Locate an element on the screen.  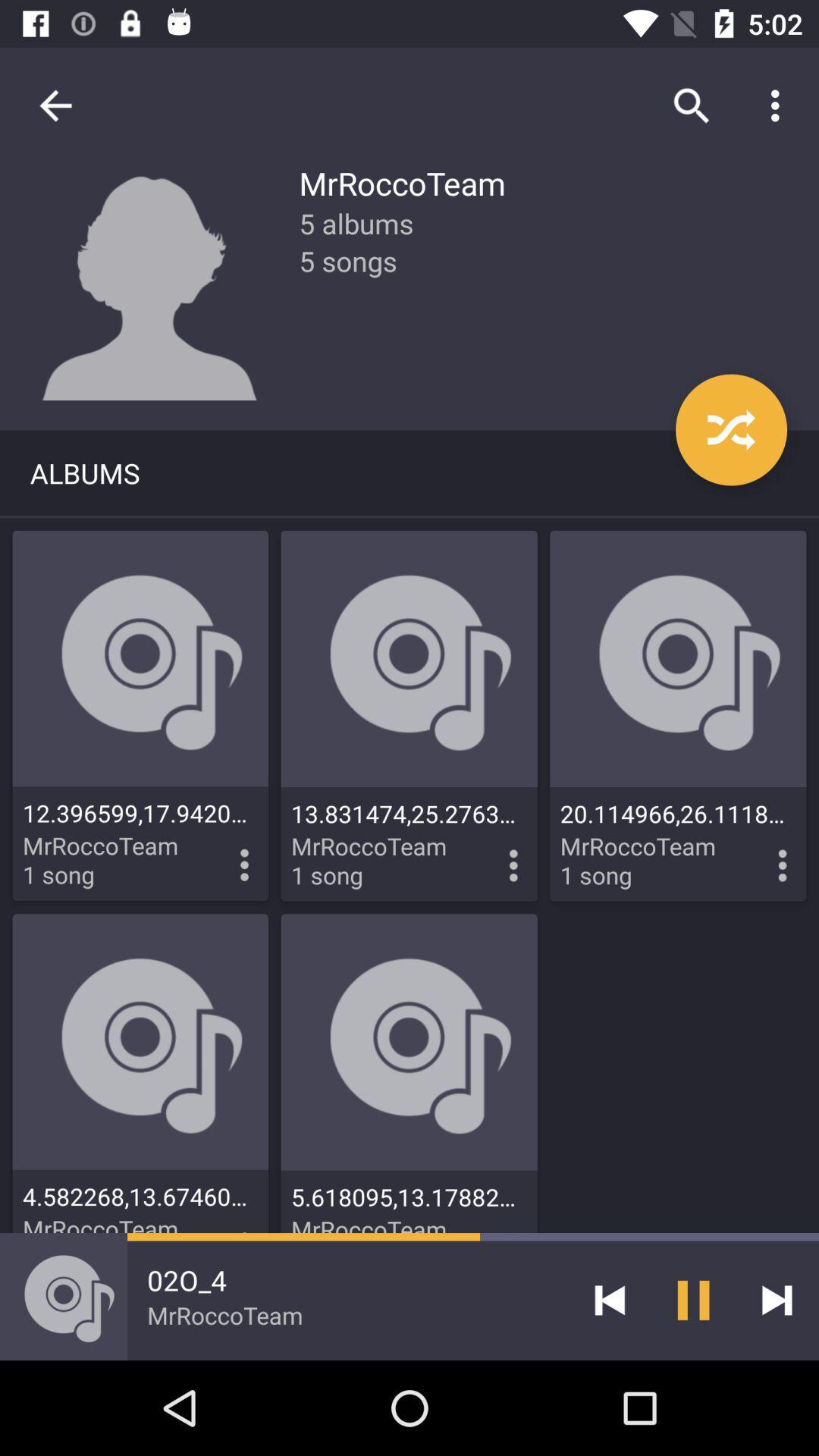
the skip_next icon is located at coordinates (777, 1299).